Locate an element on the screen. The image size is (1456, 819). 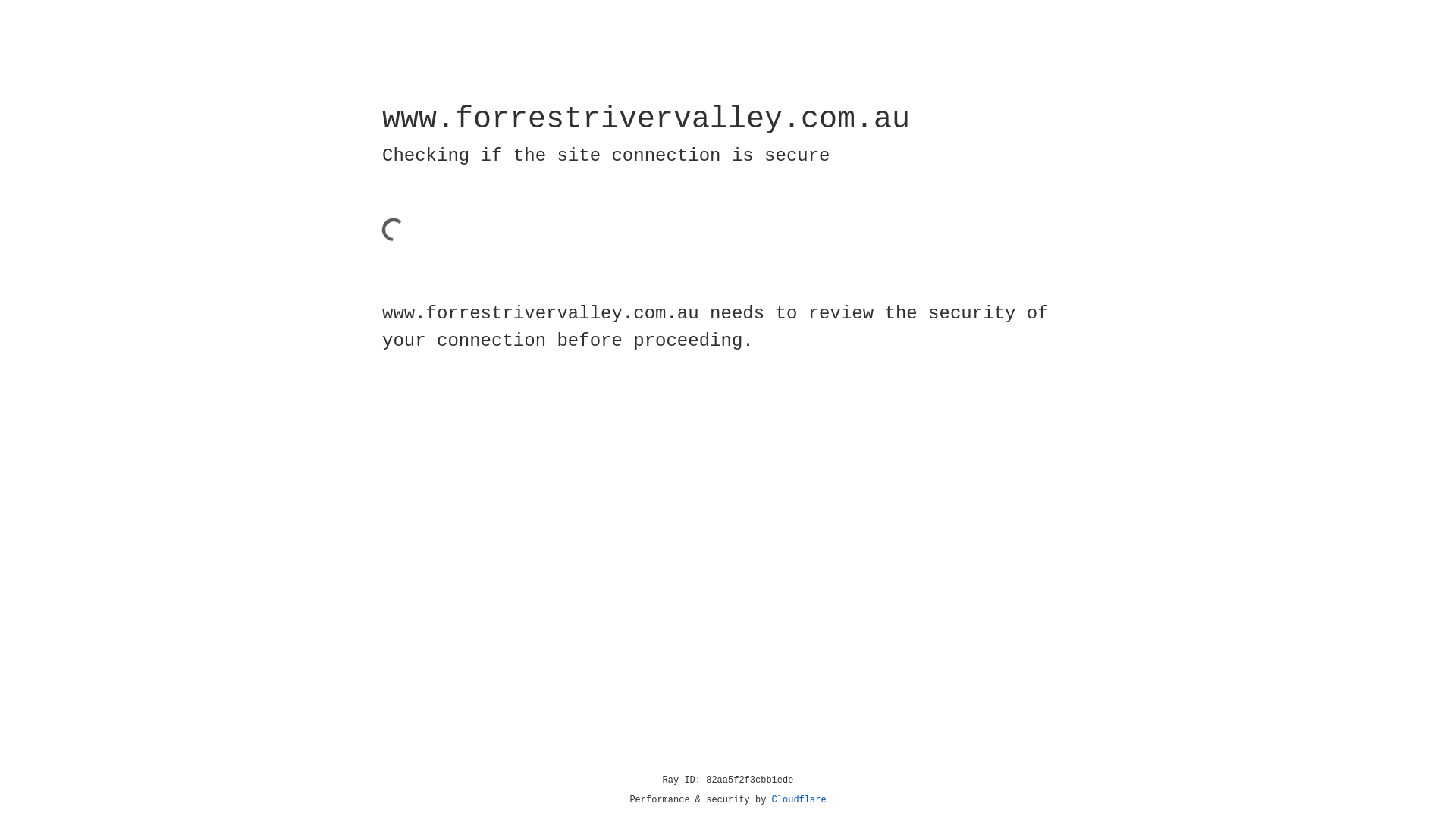
'Cloudflare' is located at coordinates (799, 799).